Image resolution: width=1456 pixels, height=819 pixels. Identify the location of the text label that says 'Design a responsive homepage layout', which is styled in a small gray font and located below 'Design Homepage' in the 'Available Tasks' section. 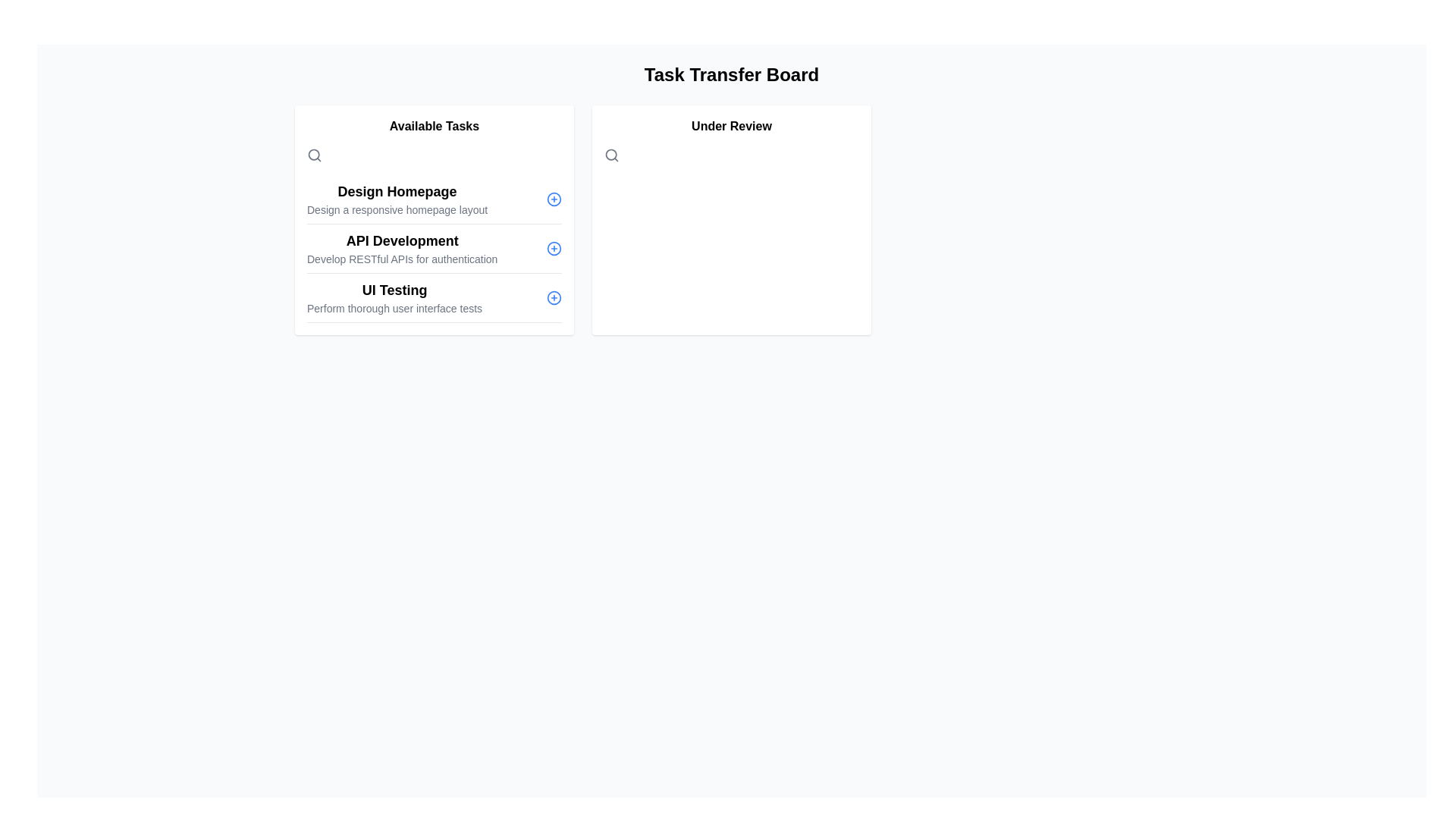
(397, 210).